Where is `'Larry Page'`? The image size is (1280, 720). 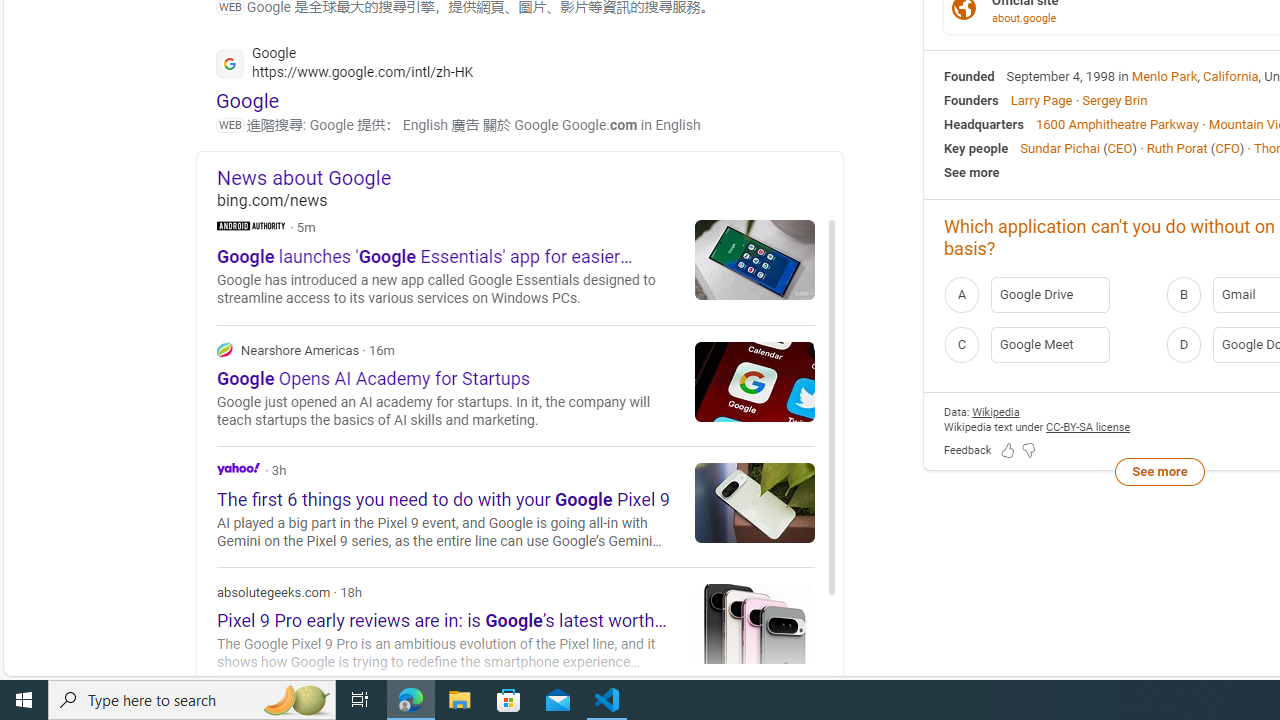
'Larry Page' is located at coordinates (1040, 100).